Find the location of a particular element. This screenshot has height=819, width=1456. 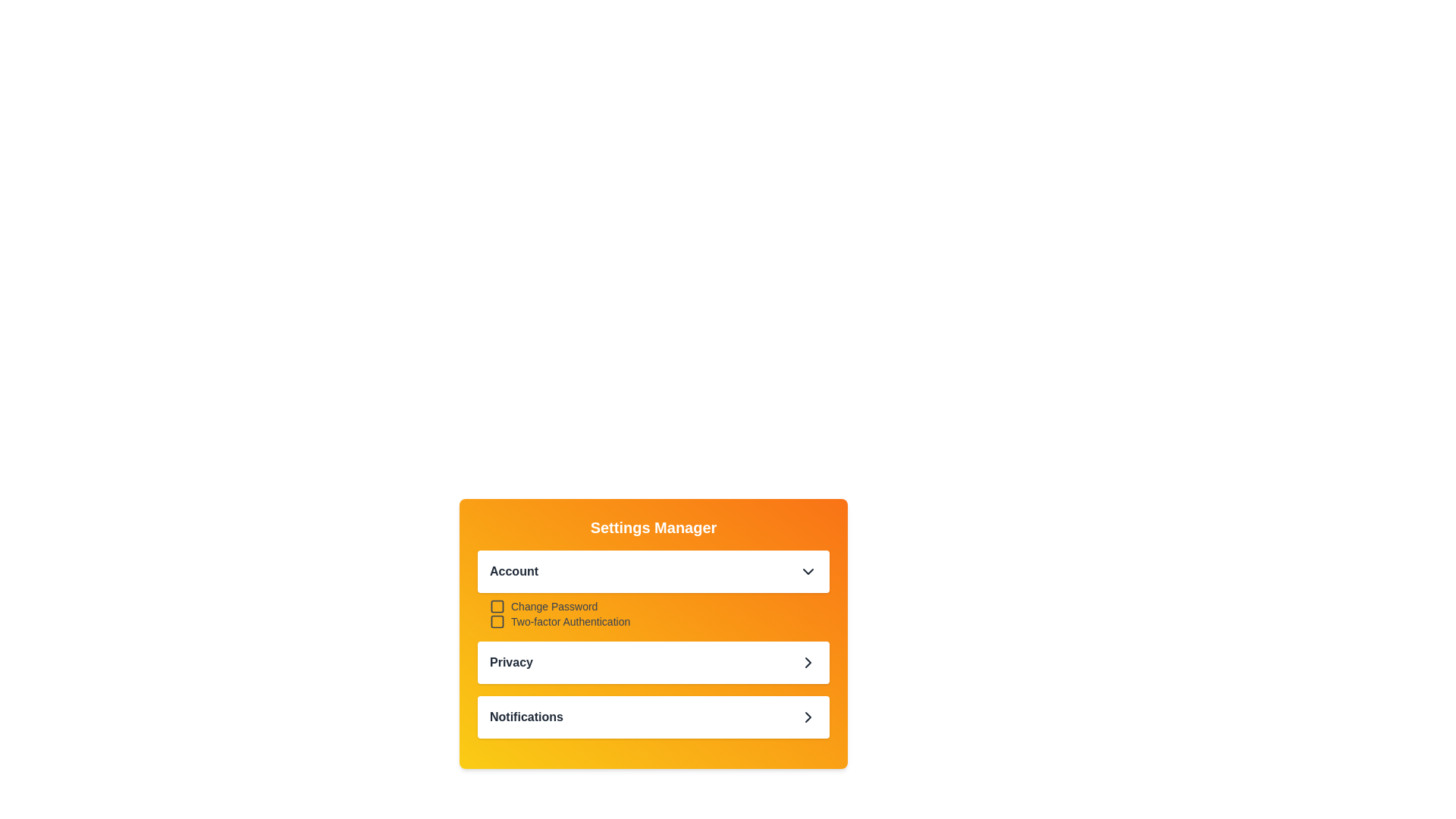

the Chevron Icon on the right end of the 'Account' section is located at coordinates (807, 571).